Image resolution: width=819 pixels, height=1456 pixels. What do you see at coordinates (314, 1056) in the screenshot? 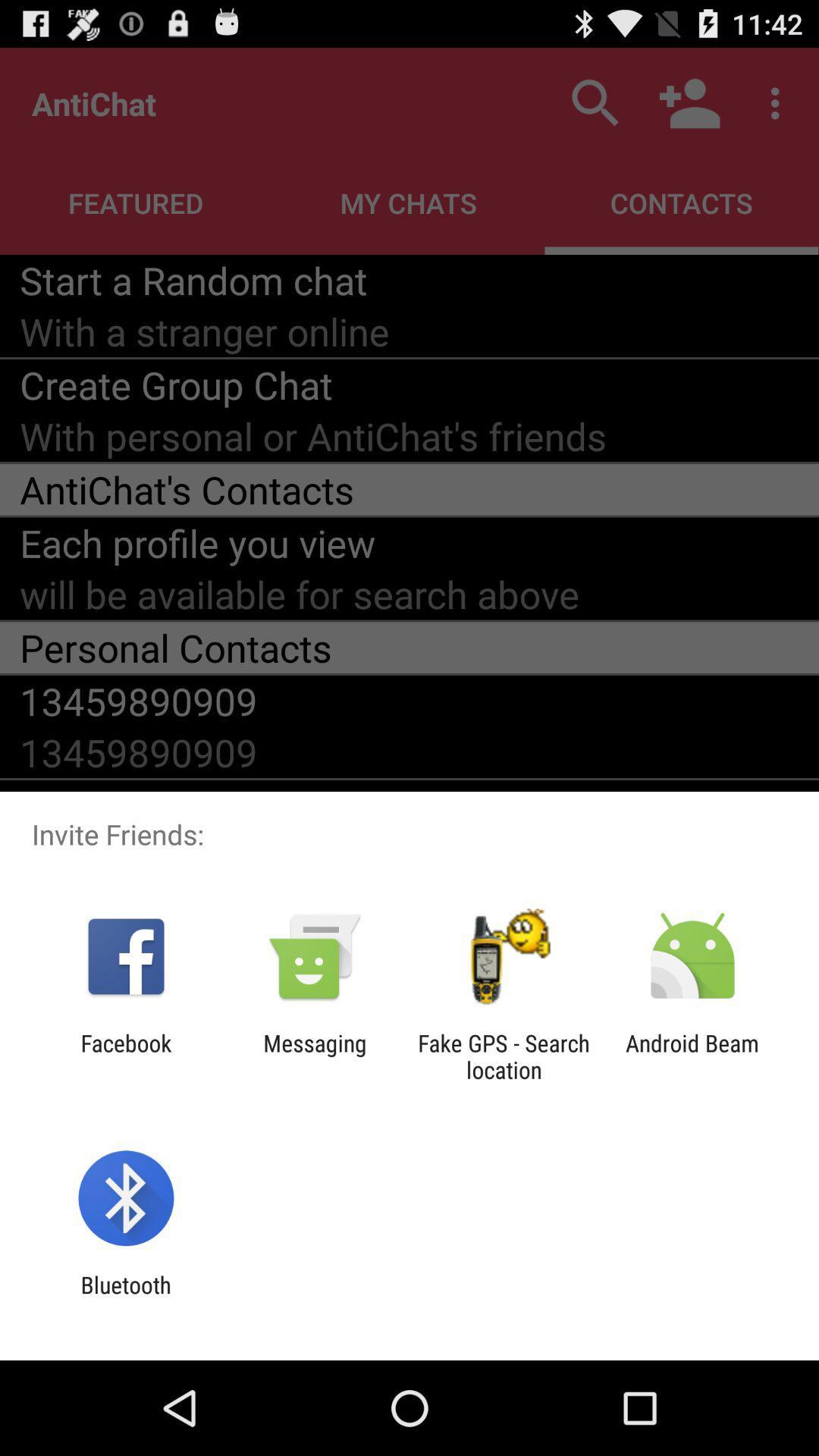
I see `item next to facebook` at bounding box center [314, 1056].